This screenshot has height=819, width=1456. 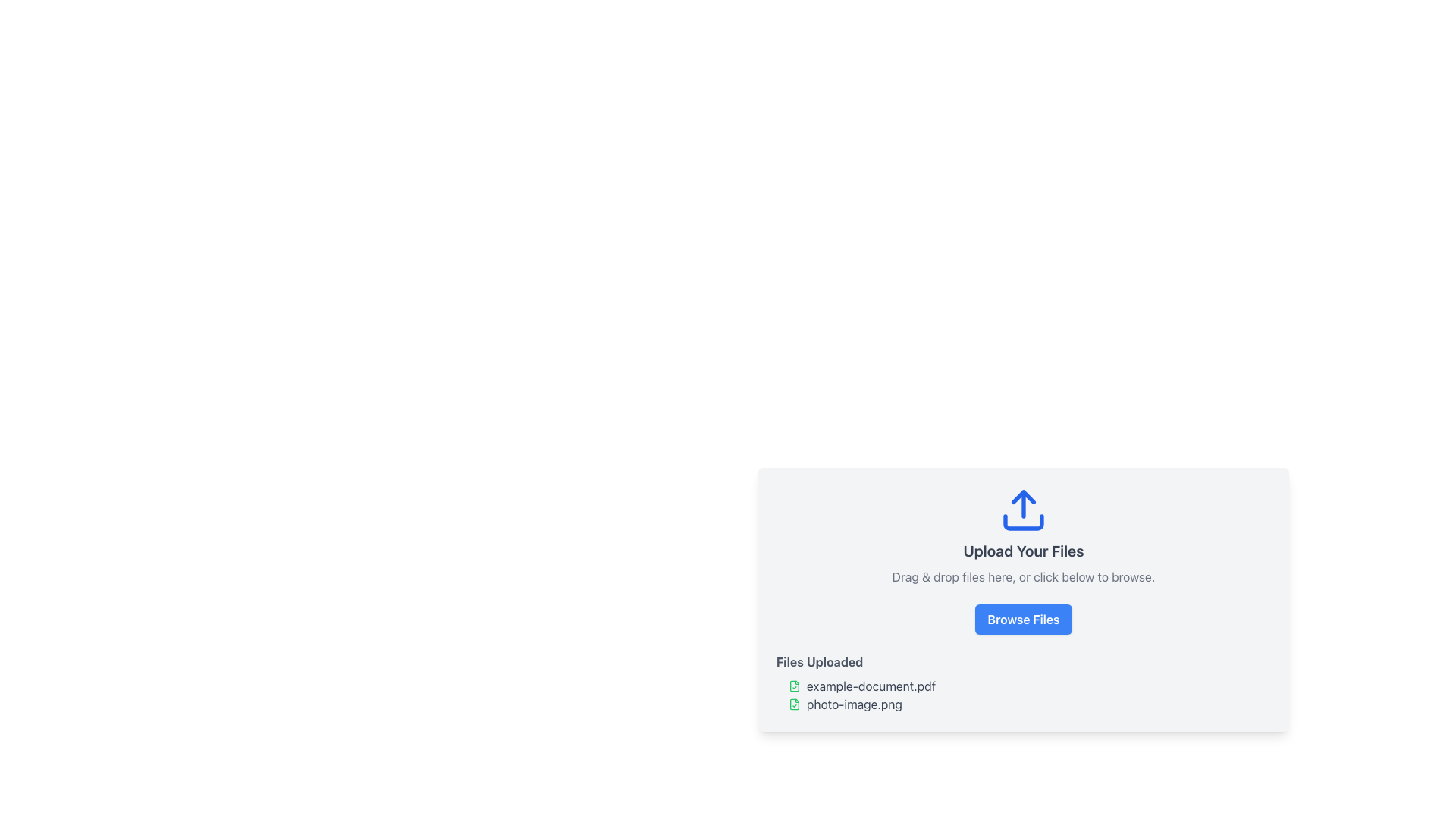 I want to click on the file selection button located below the prompt 'Drag & drop files here, or click below to browse.' and above the 'Files Uploaded' section, so click(x=1023, y=620).